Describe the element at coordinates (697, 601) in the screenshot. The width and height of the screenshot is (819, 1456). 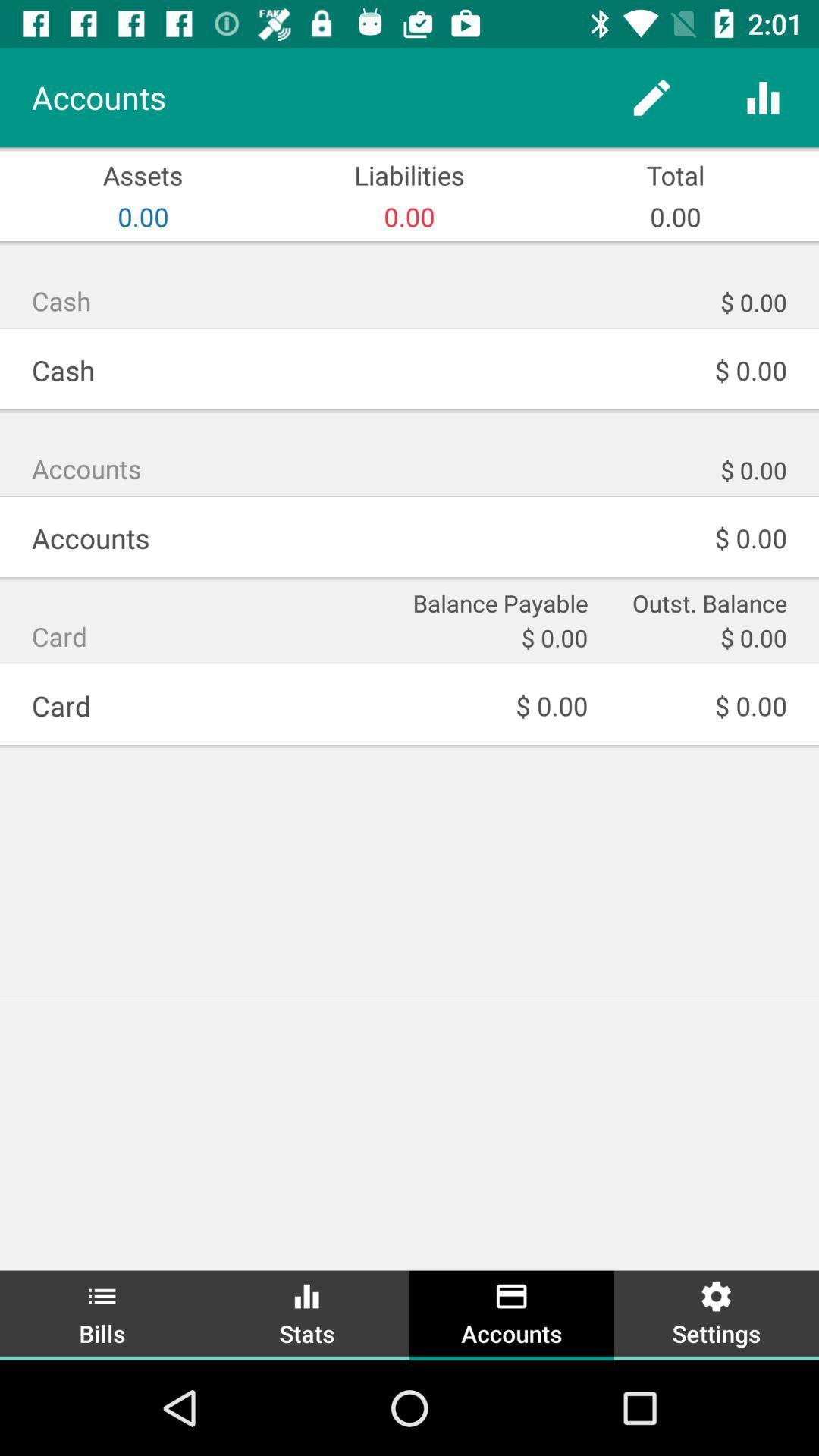
I see `the item below $ 0.00` at that location.